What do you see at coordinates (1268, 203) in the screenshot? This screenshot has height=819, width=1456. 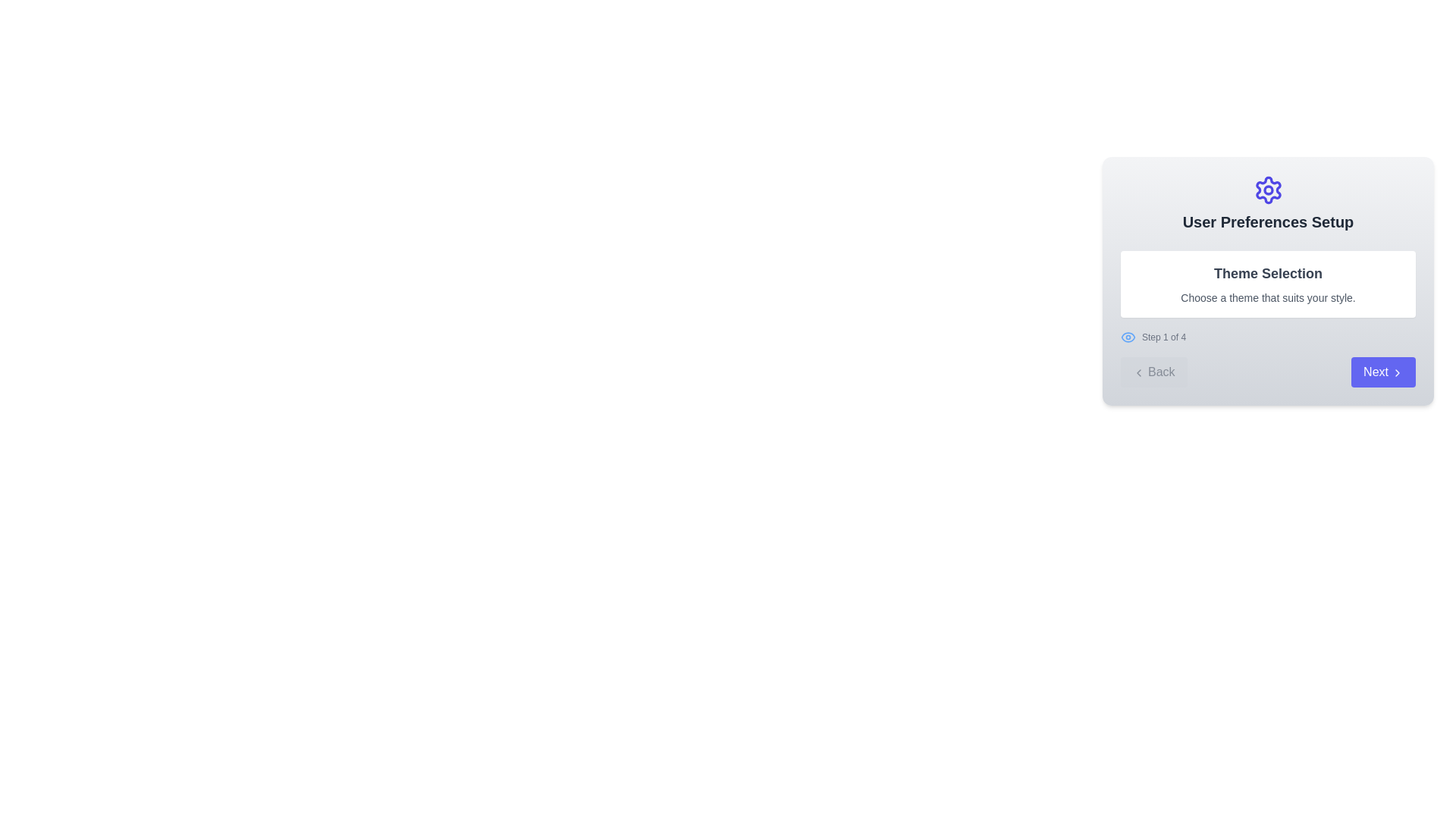 I see `text 'User Preferences Setup' along with the accompanying cog icon, which is centered above the text in a light background gradient` at bounding box center [1268, 203].